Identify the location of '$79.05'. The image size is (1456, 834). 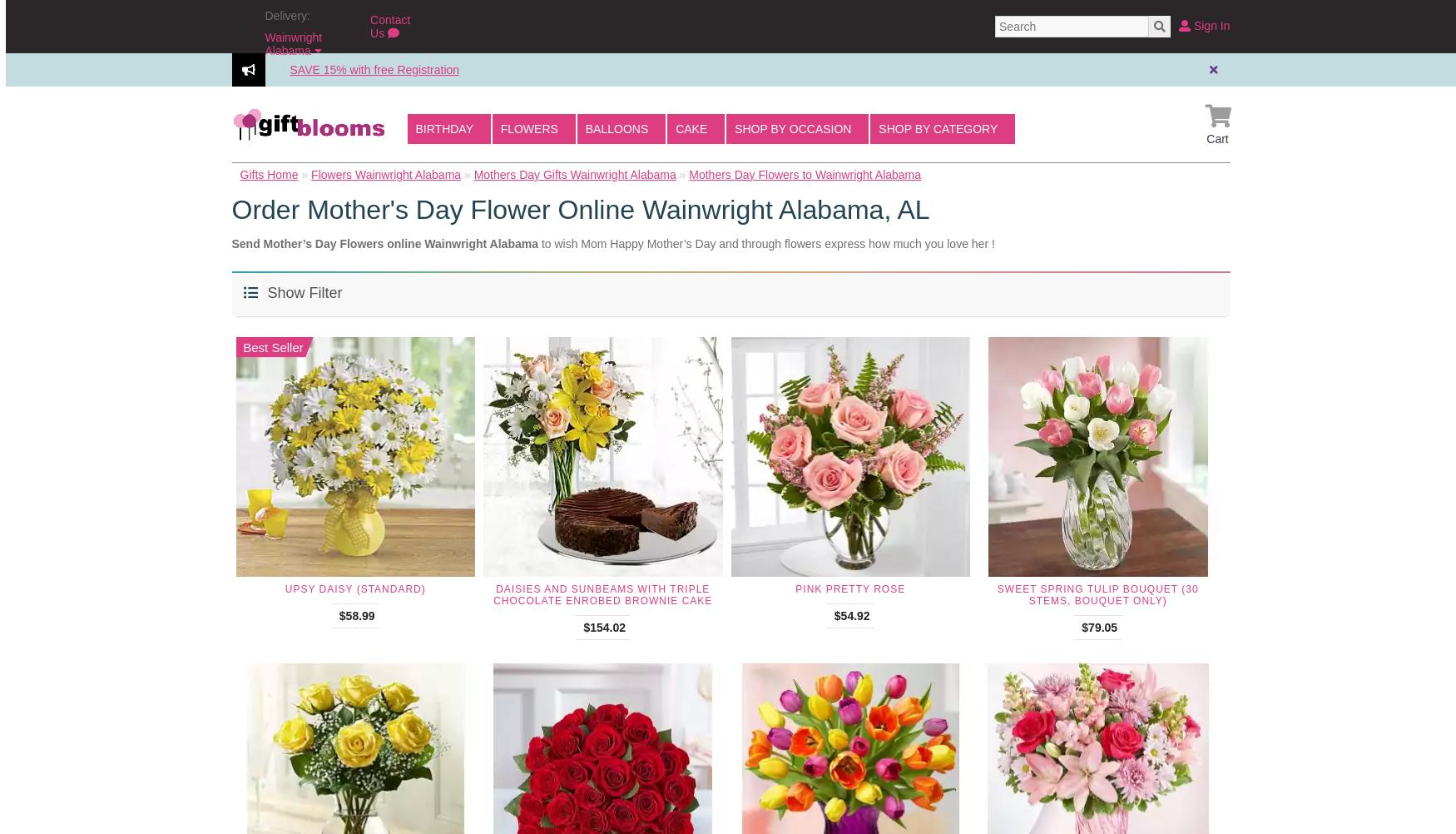
(1099, 626).